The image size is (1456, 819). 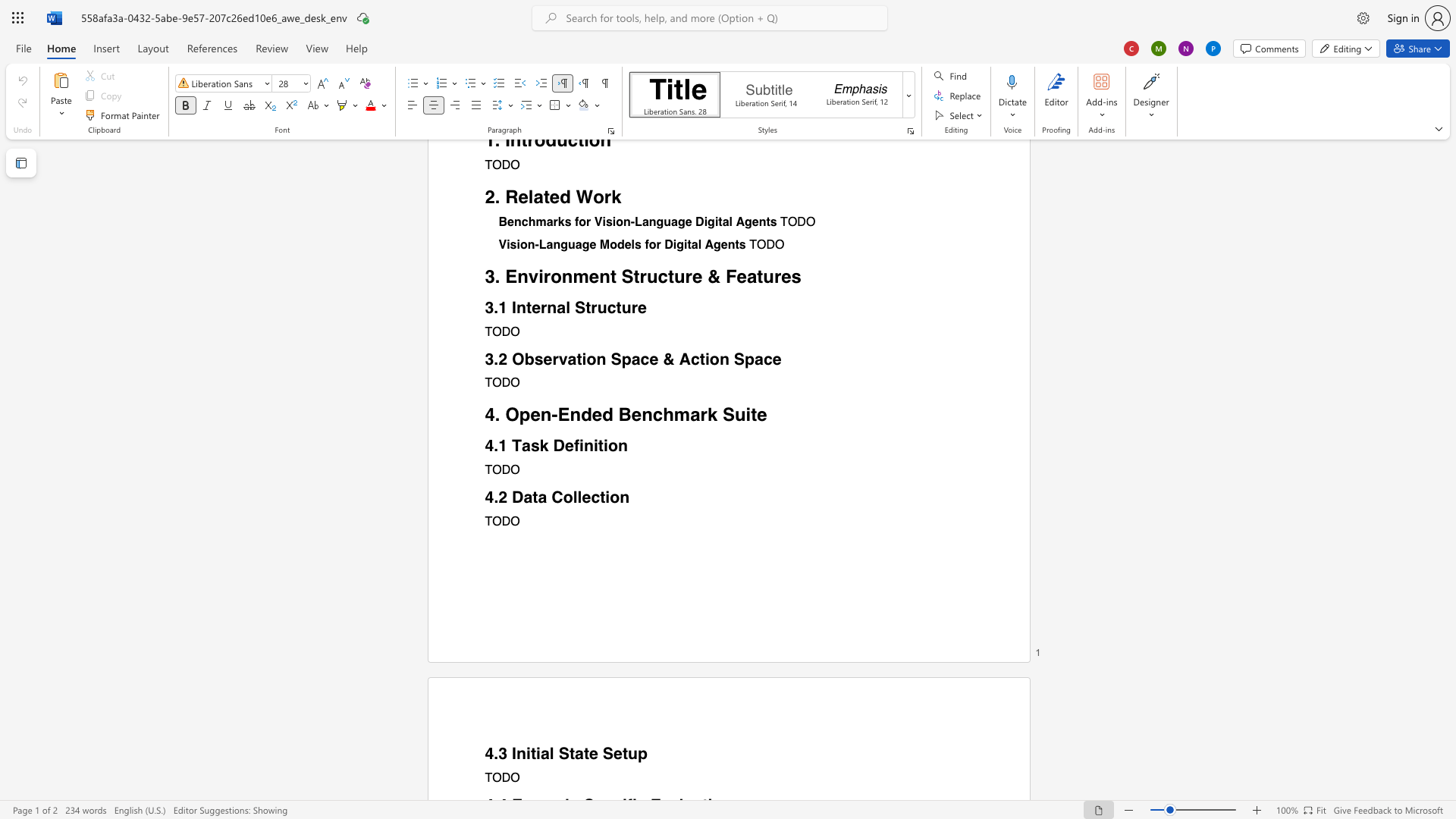 I want to click on the subset text "ct" within the text "Data Collection", so click(x=590, y=497).